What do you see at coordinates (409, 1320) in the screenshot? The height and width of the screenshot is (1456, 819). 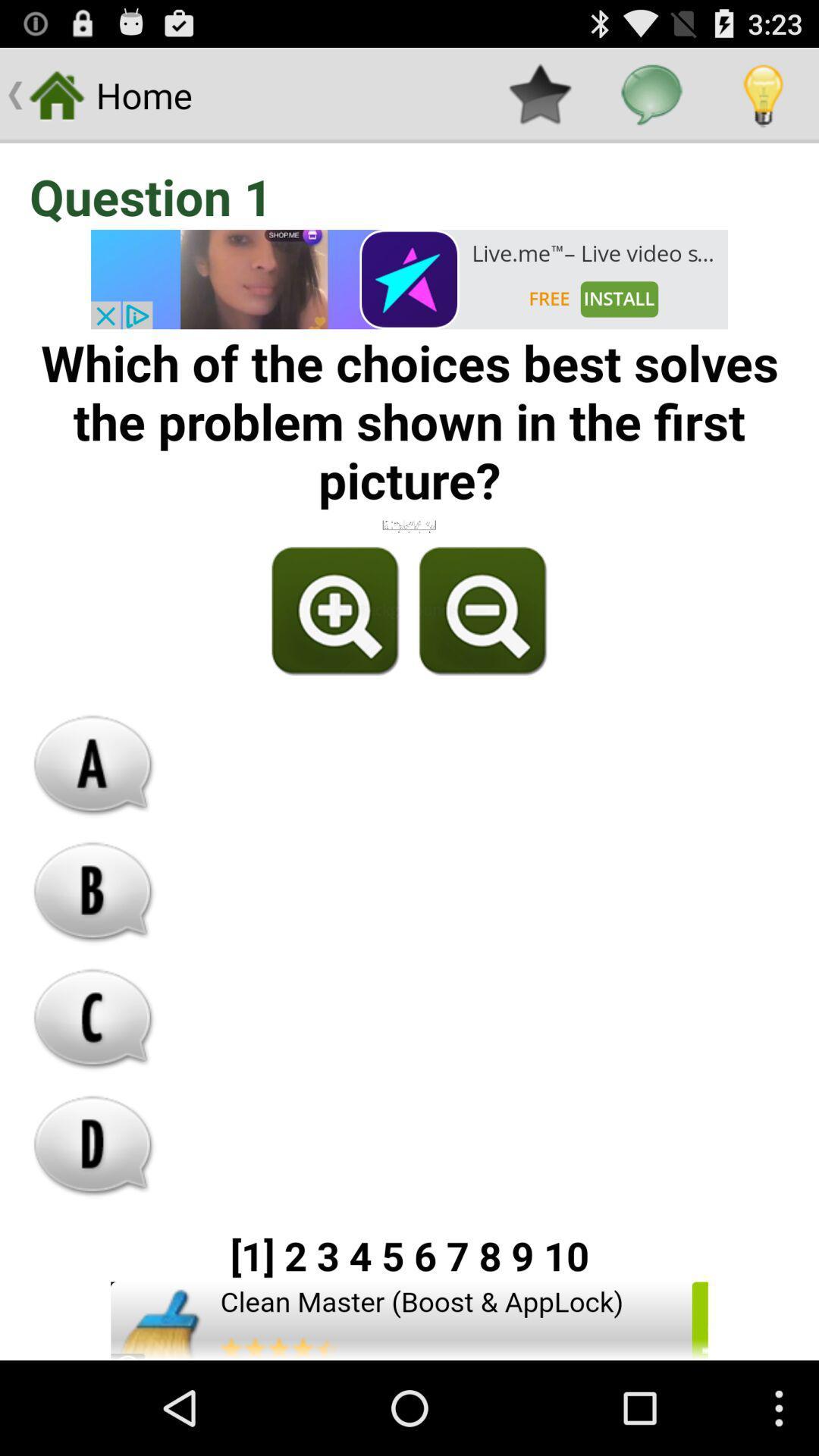 I see `install app` at bounding box center [409, 1320].